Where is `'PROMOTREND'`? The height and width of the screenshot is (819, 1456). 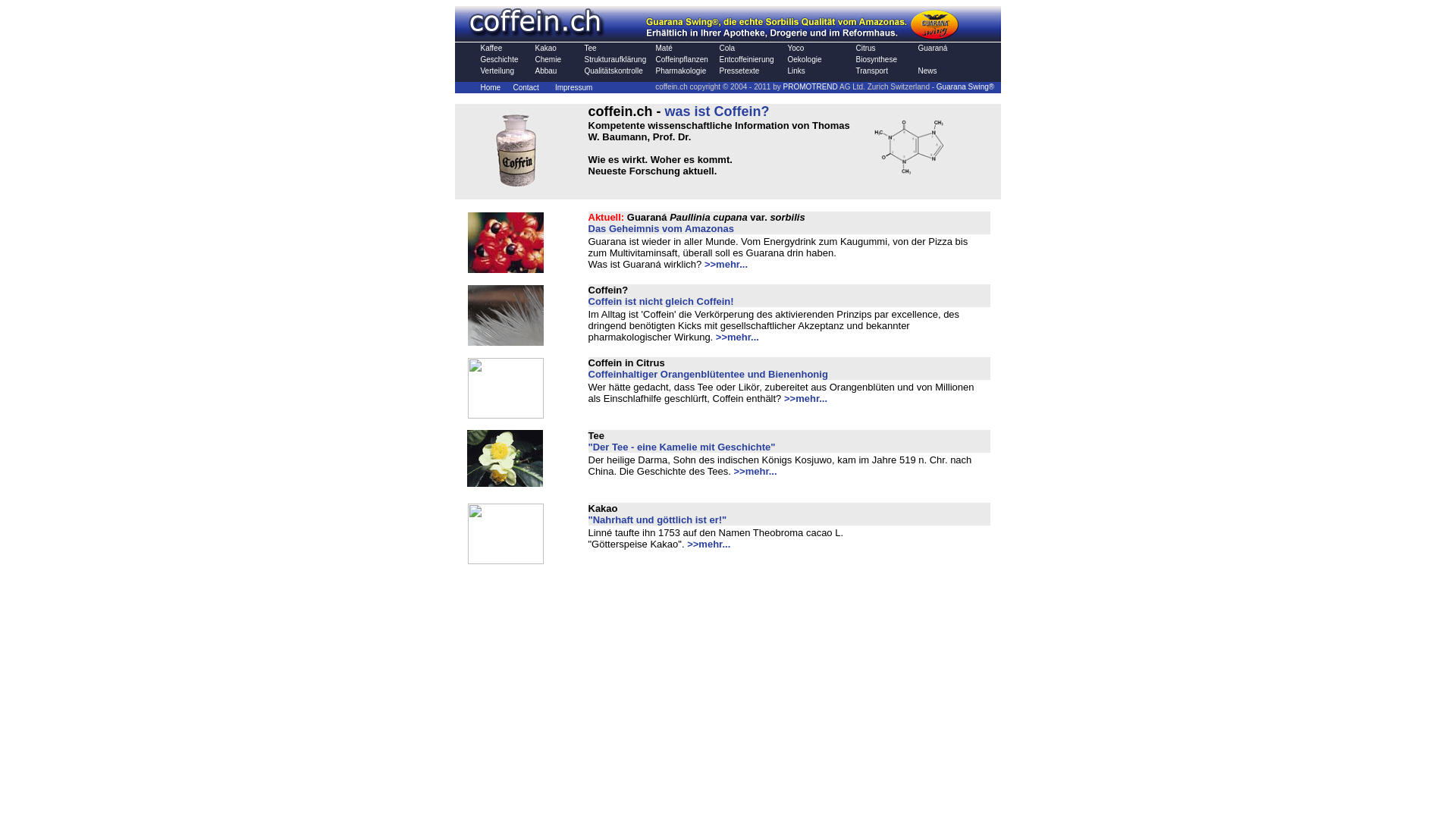
'PROMOTREND' is located at coordinates (810, 86).